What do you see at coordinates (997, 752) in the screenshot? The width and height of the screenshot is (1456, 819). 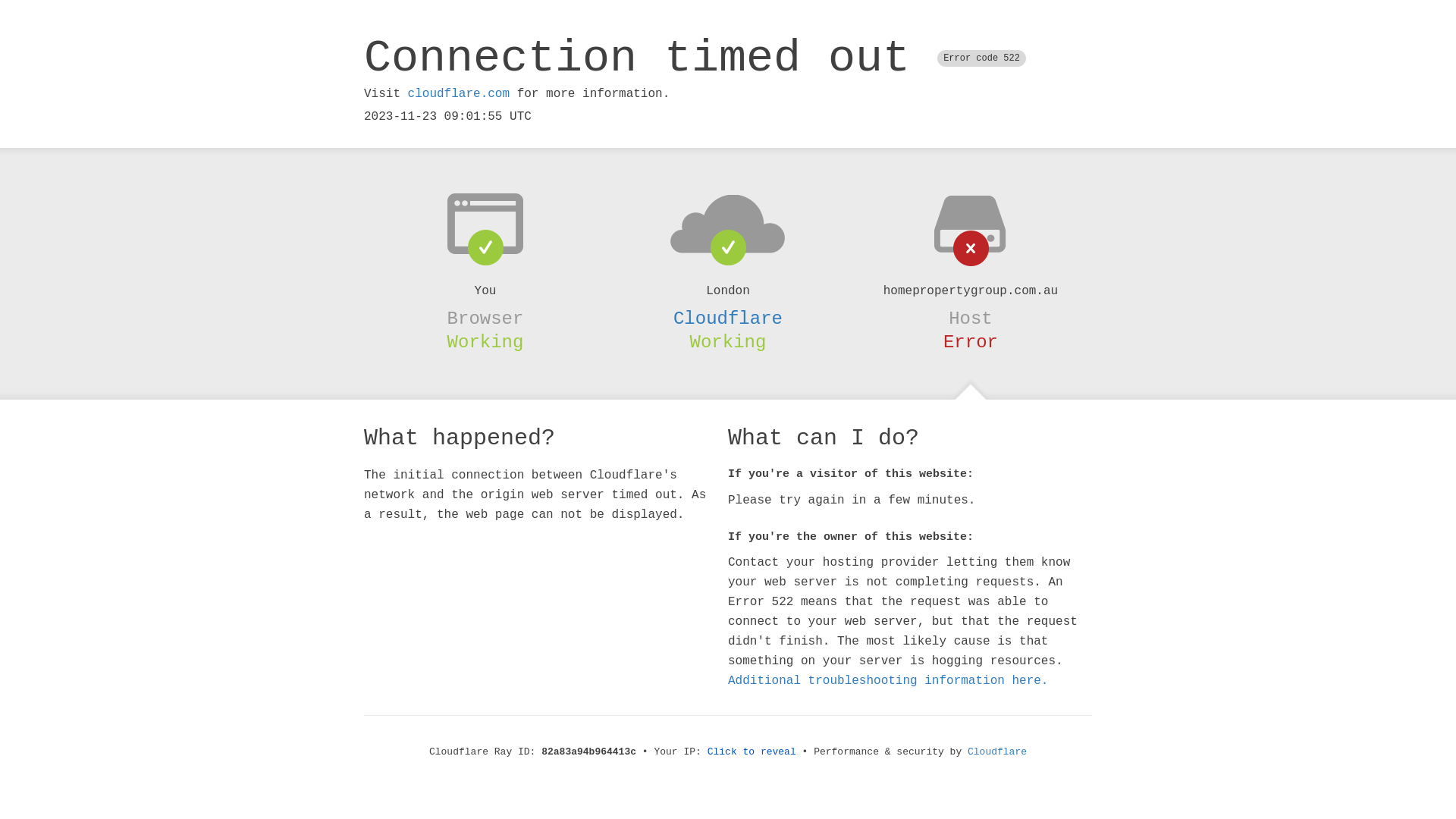 I see `'Cloudflare'` at bounding box center [997, 752].